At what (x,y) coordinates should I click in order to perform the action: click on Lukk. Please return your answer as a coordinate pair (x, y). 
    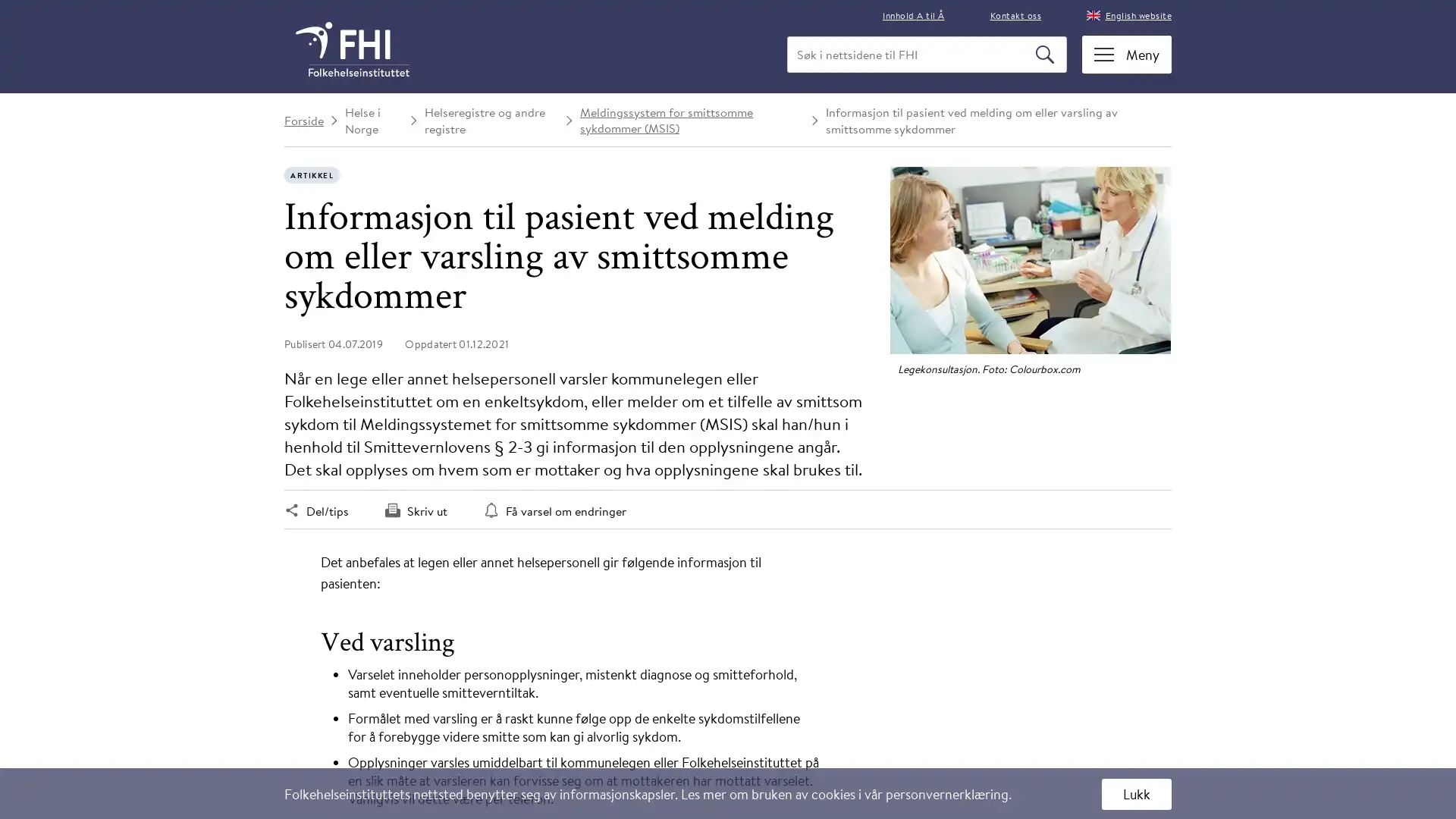
    Looking at the image, I should click on (1136, 793).